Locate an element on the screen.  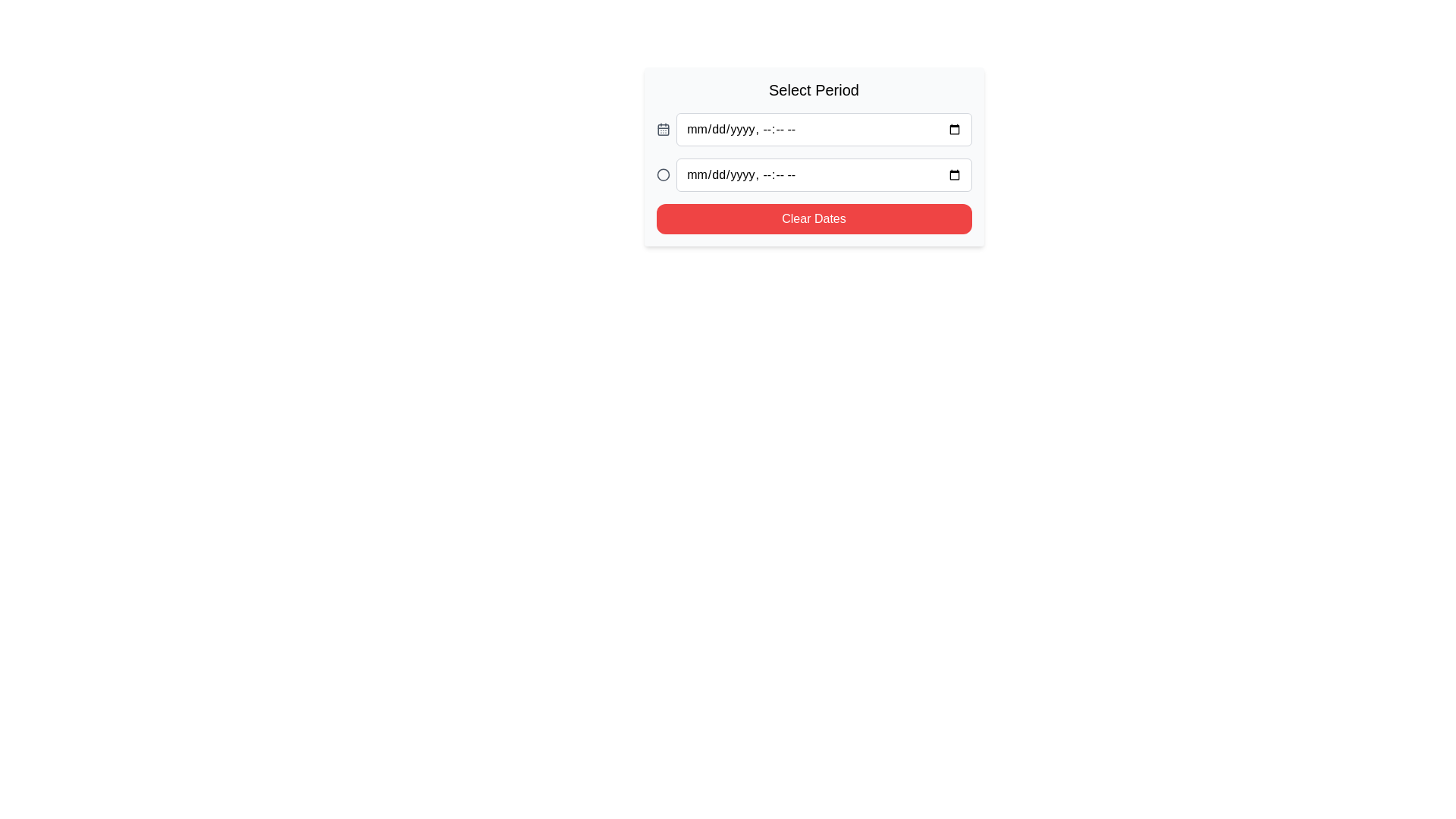
the circular graphical icon with a gray outline located on the left side of the second input field in the date selection form is located at coordinates (663, 174).